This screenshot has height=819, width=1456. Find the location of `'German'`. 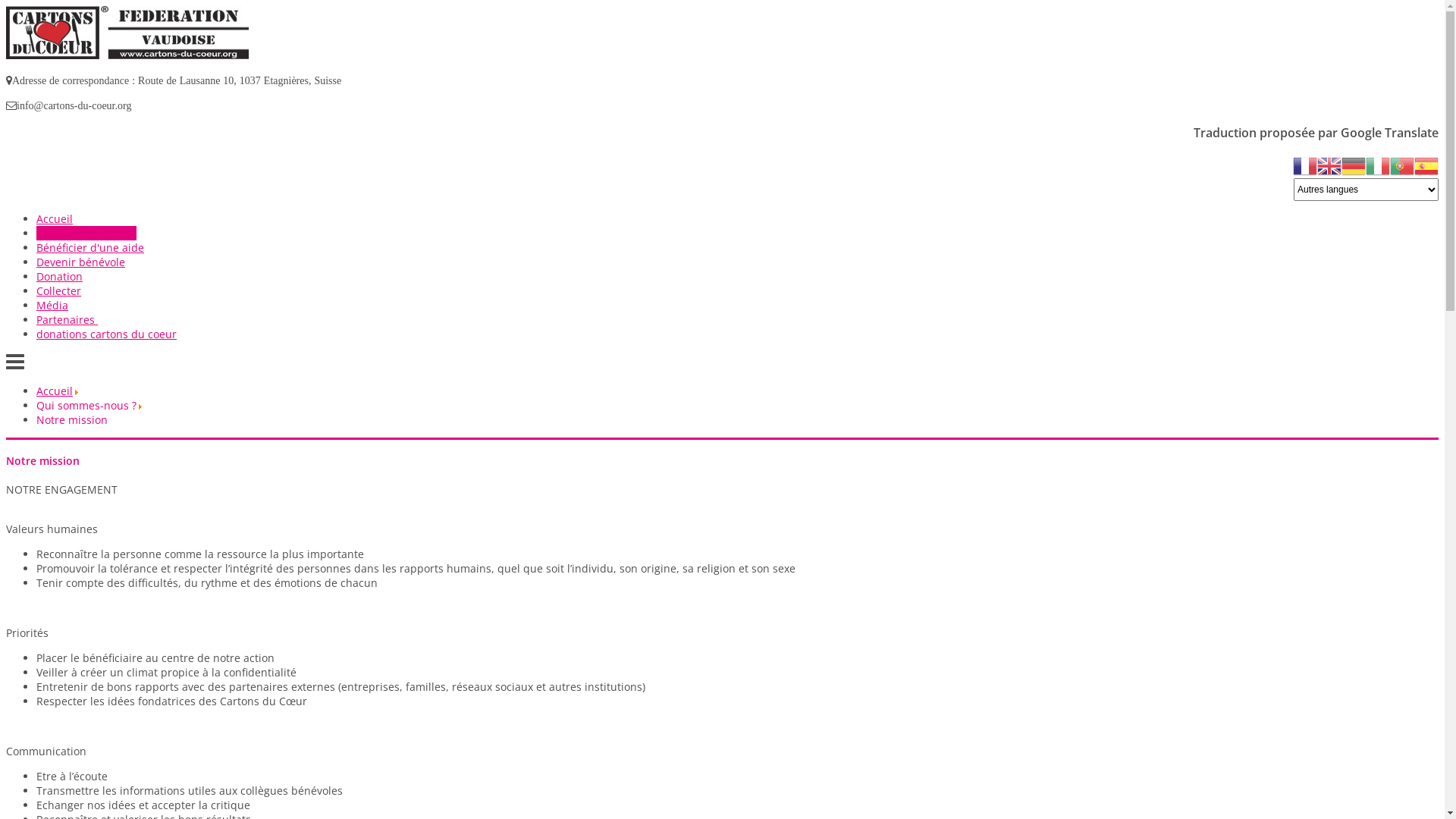

'German' is located at coordinates (1354, 165).